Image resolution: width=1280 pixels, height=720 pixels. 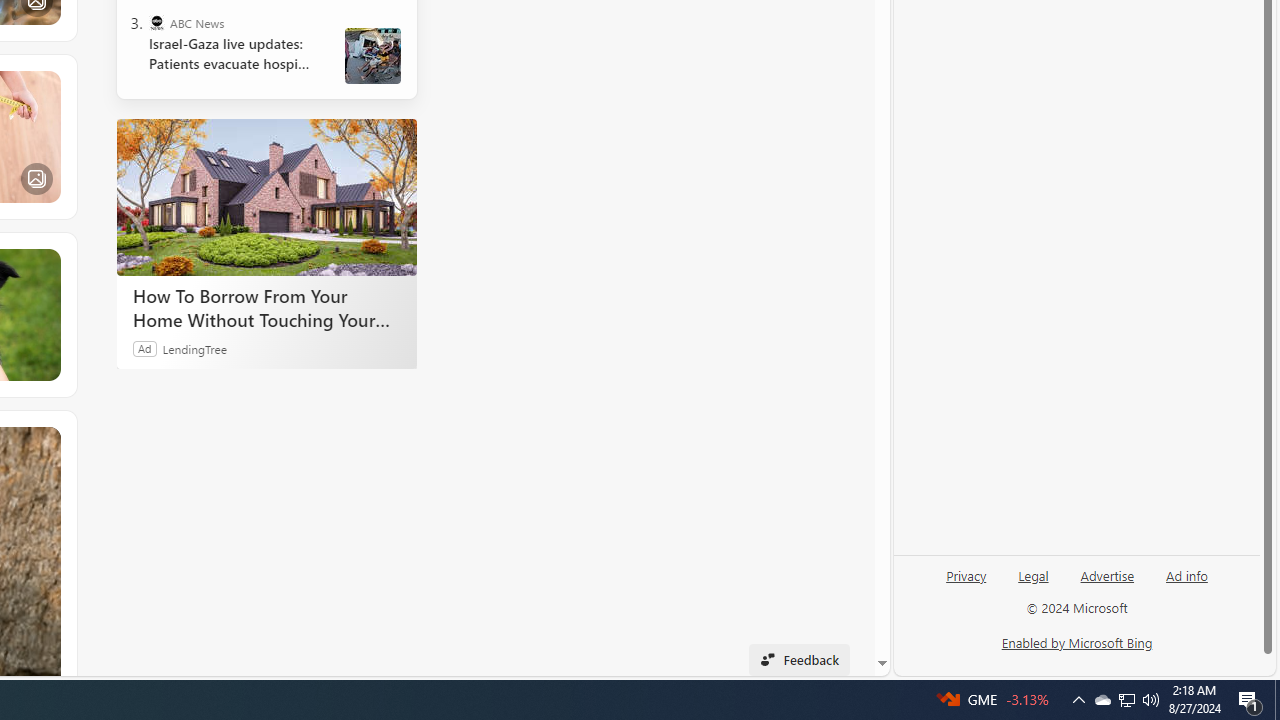 What do you see at coordinates (1033, 574) in the screenshot?
I see `'Legal'` at bounding box center [1033, 574].